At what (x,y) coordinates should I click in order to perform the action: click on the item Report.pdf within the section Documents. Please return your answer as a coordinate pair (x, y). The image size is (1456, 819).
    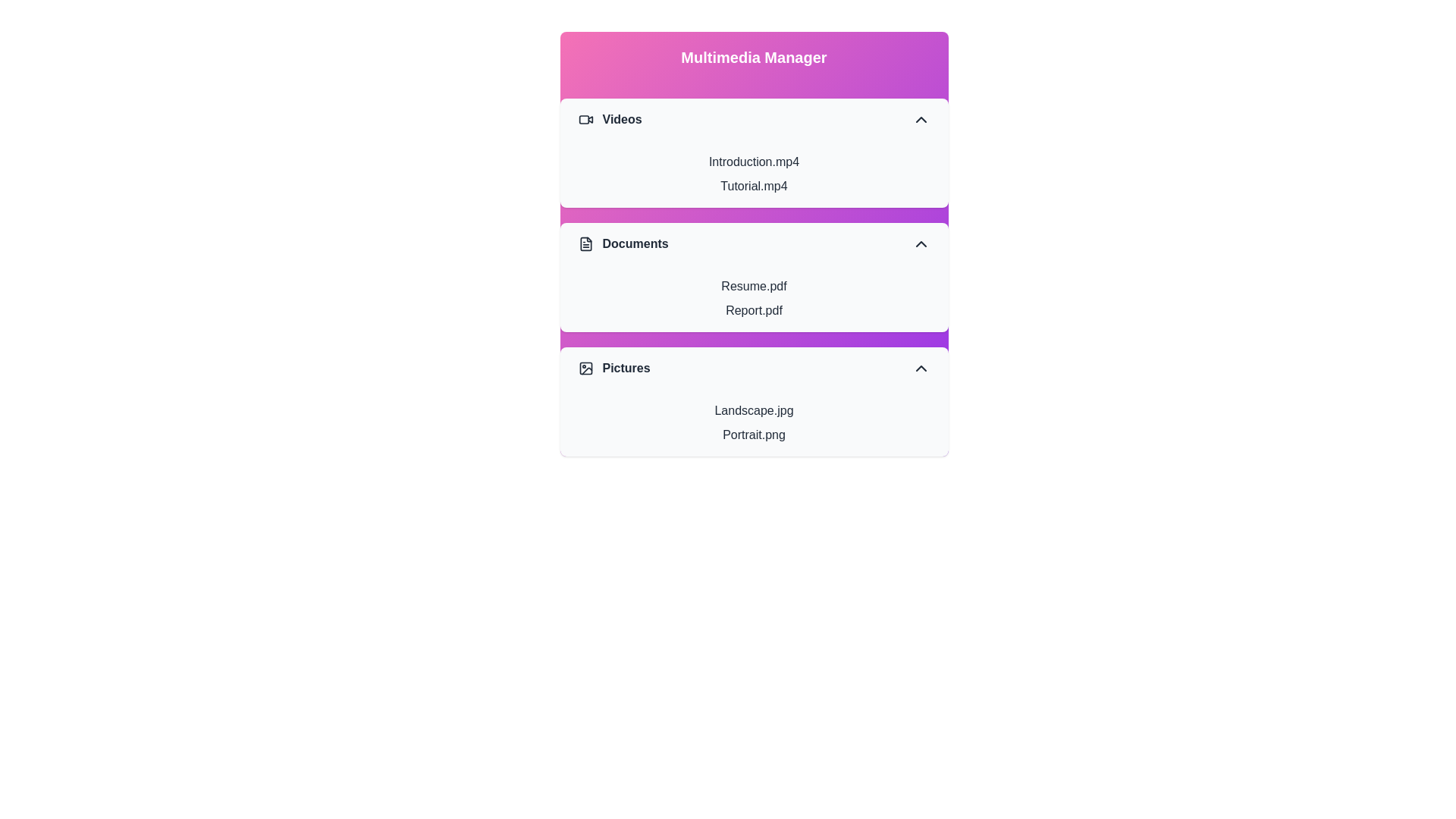
    Looking at the image, I should click on (754, 309).